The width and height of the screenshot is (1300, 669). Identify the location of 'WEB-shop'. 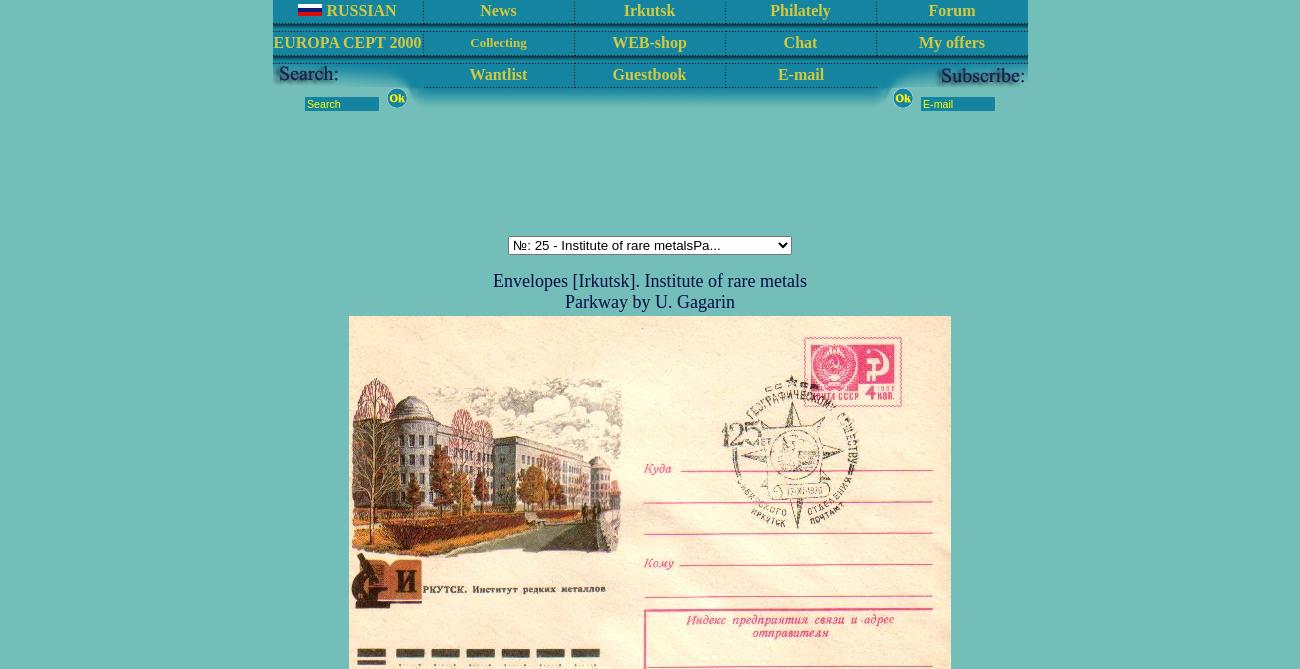
(648, 41).